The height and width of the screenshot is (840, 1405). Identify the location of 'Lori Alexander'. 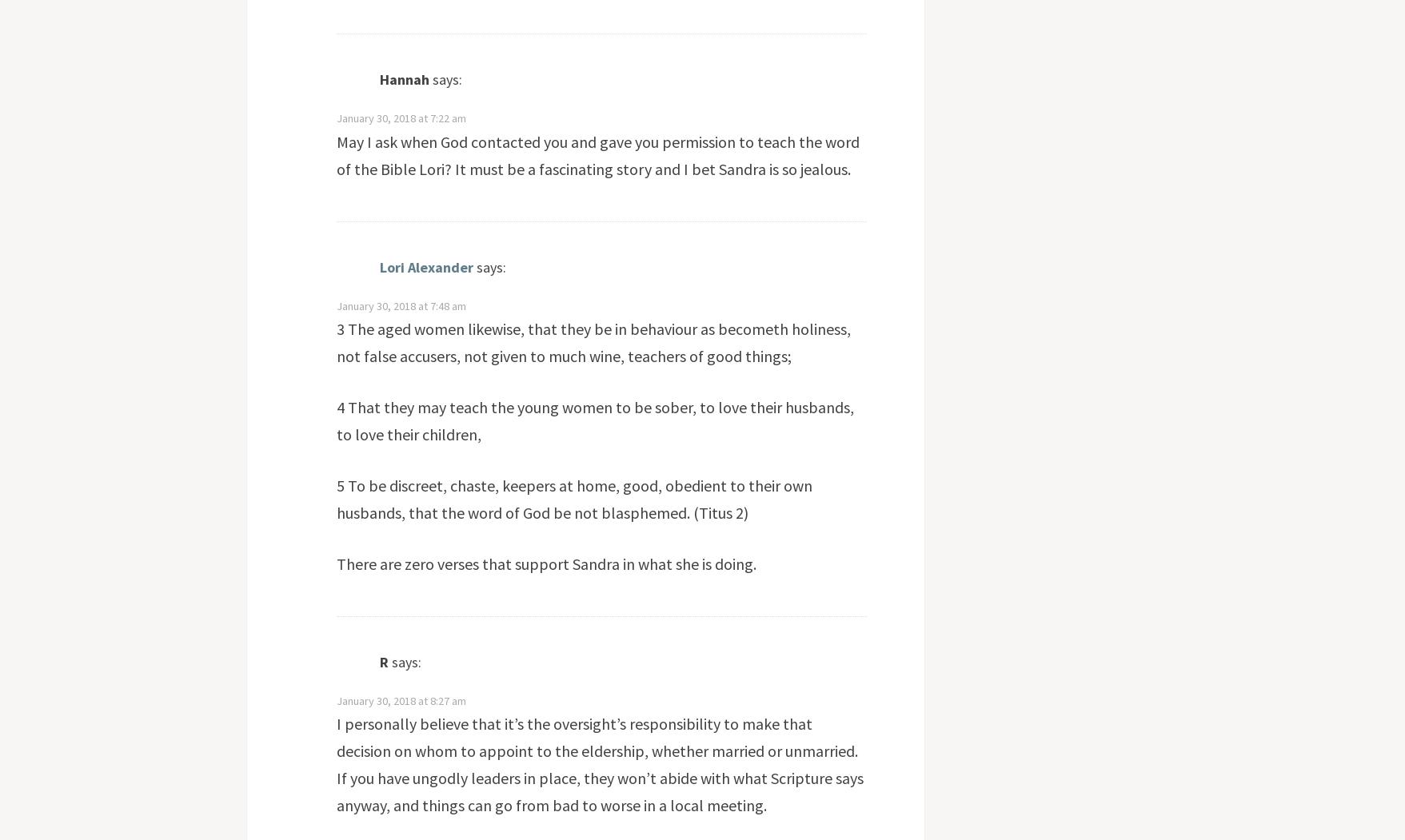
(425, 266).